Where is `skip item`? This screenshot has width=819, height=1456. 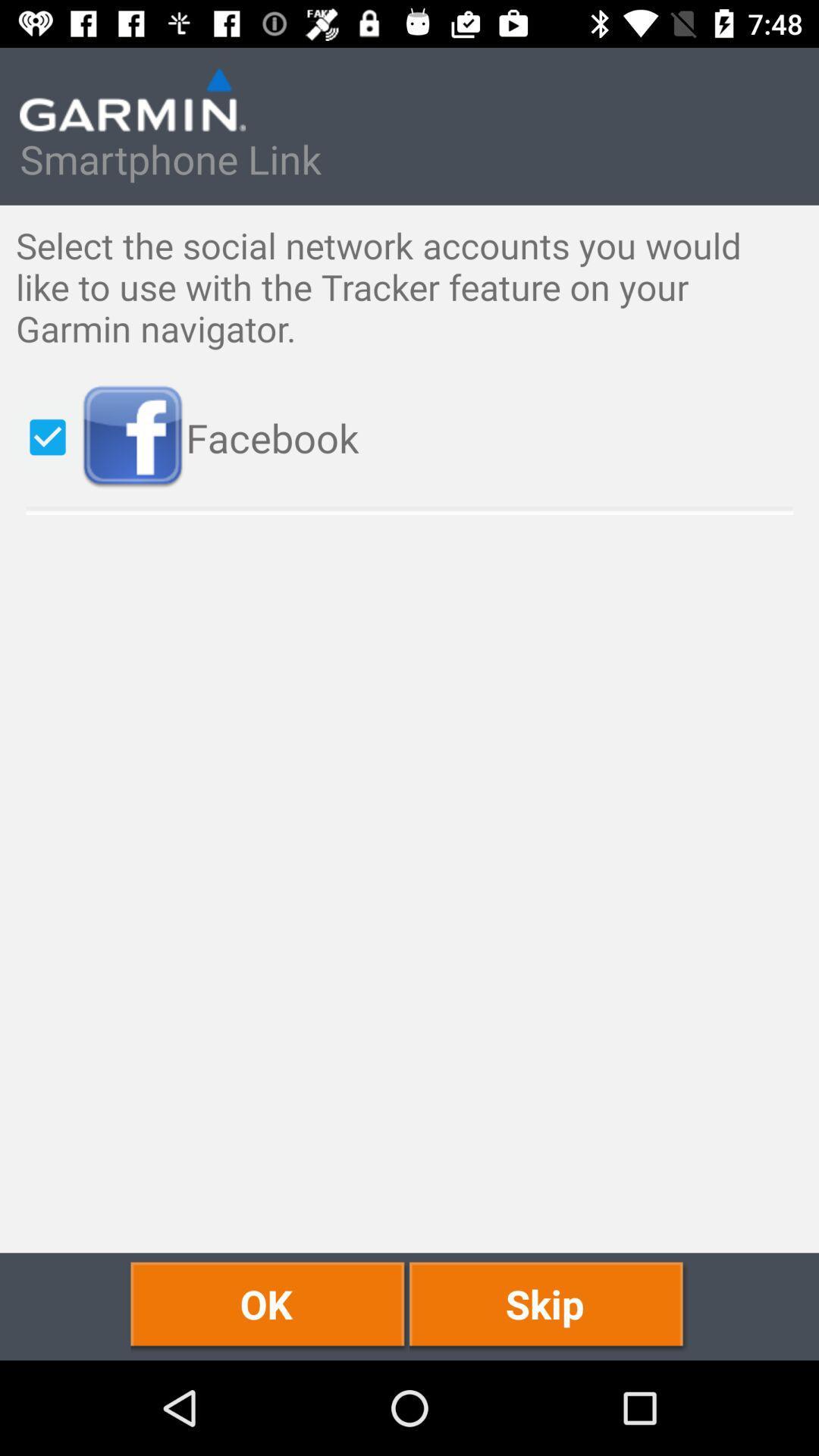 skip item is located at coordinates (548, 1306).